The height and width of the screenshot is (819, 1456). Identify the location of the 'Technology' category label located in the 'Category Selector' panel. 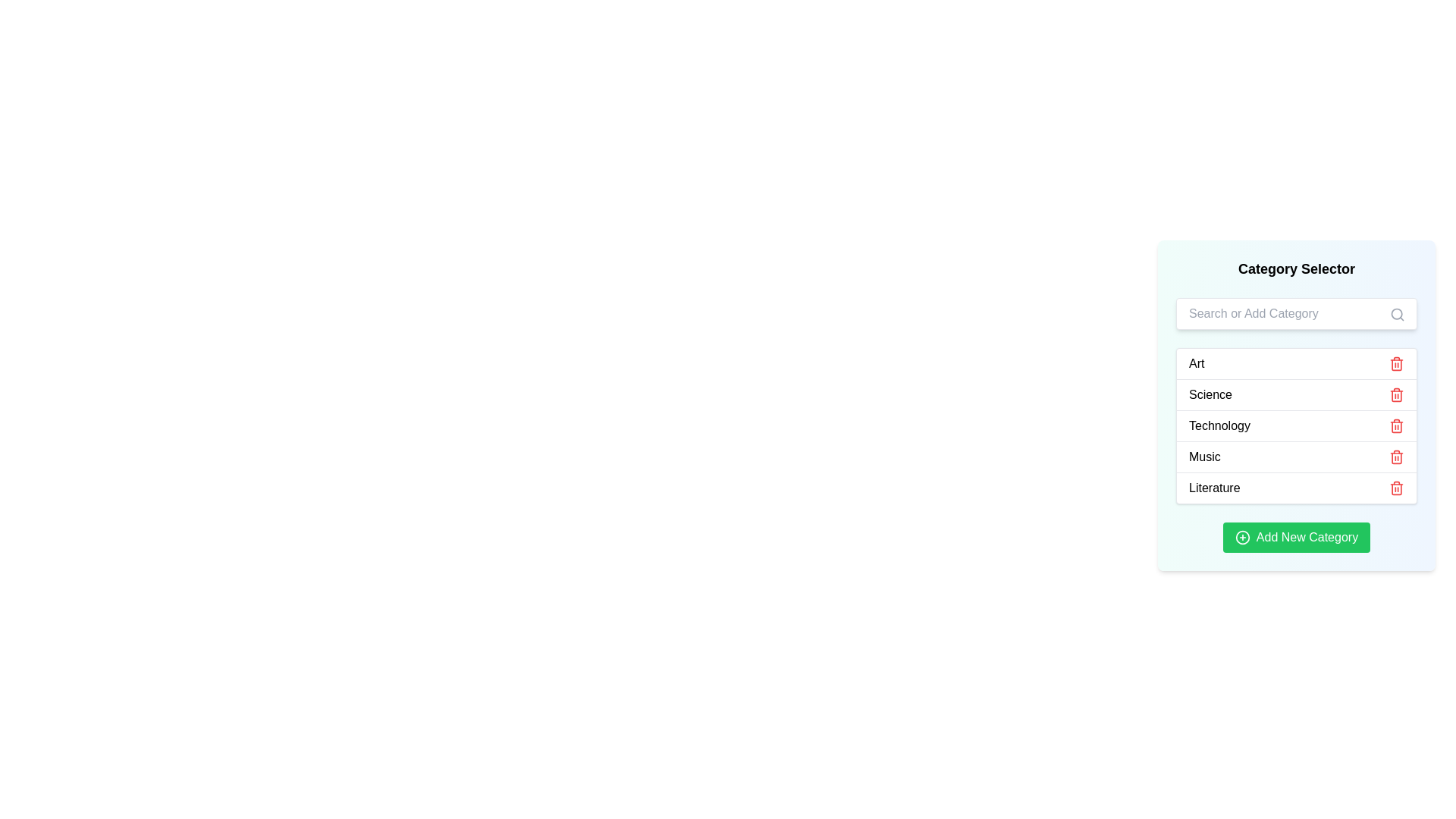
(1219, 426).